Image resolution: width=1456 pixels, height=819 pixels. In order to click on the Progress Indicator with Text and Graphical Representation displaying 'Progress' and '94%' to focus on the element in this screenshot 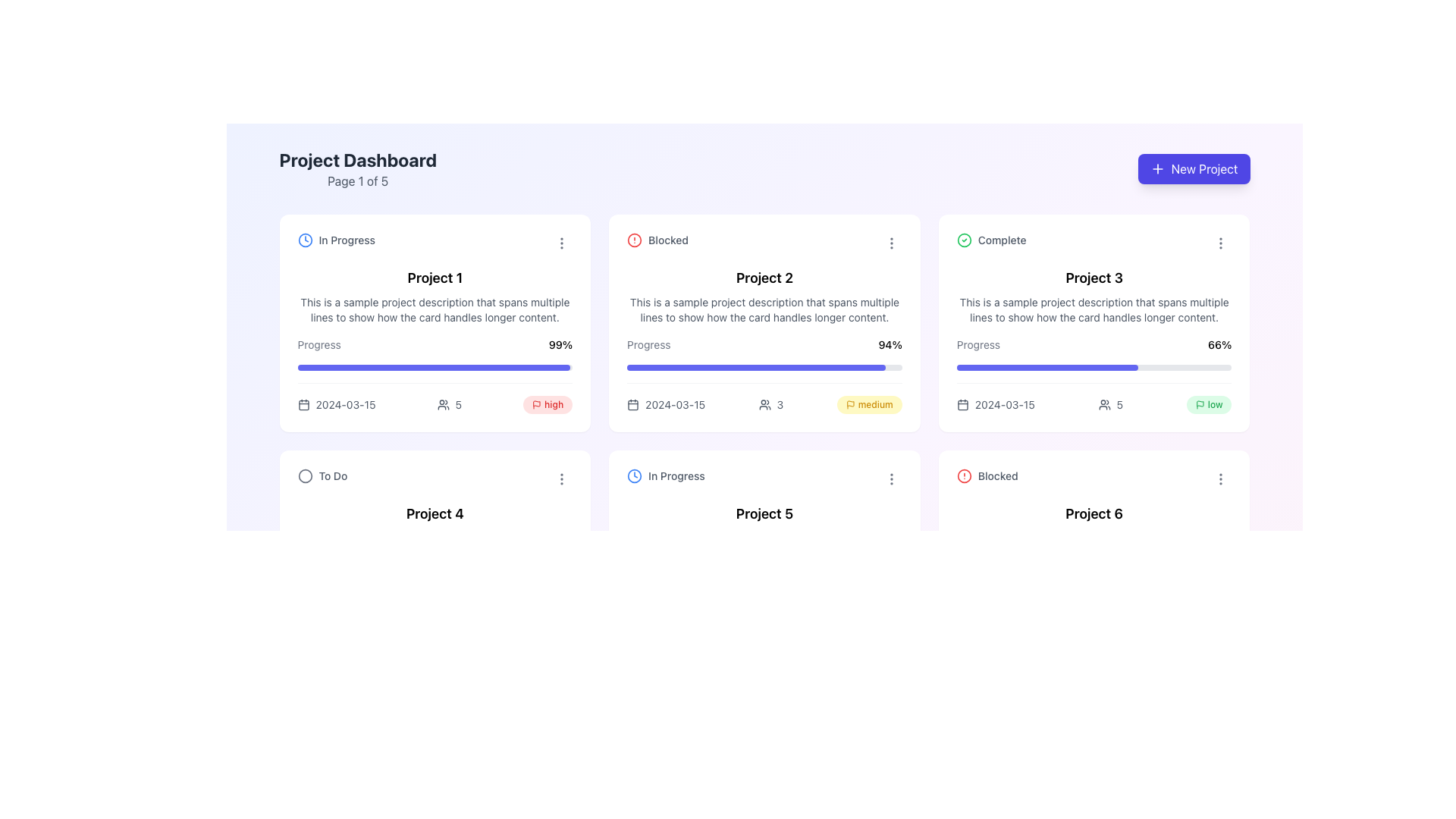, I will do `click(764, 375)`.